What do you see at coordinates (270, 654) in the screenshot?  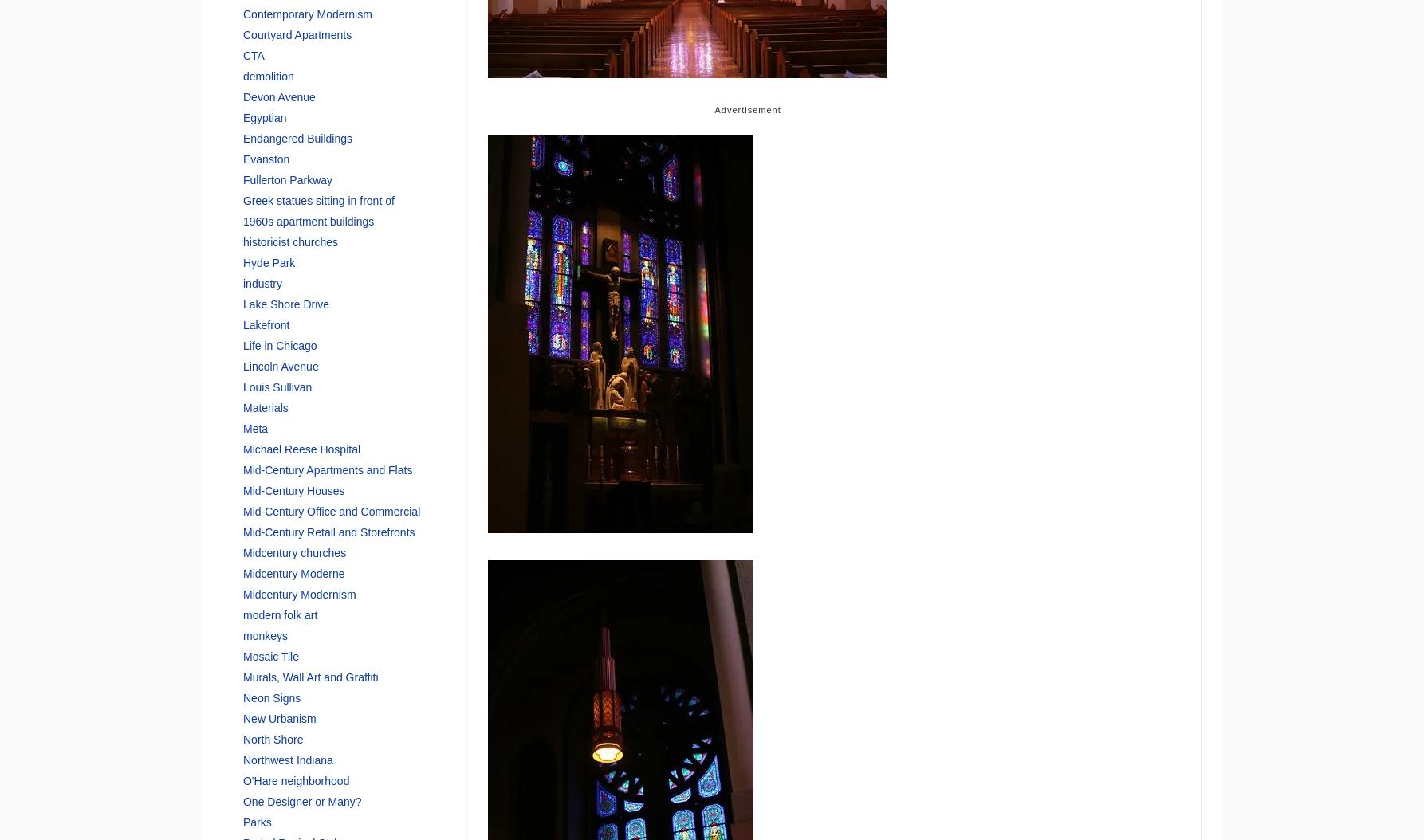 I see `'Mosaic Tile'` at bounding box center [270, 654].